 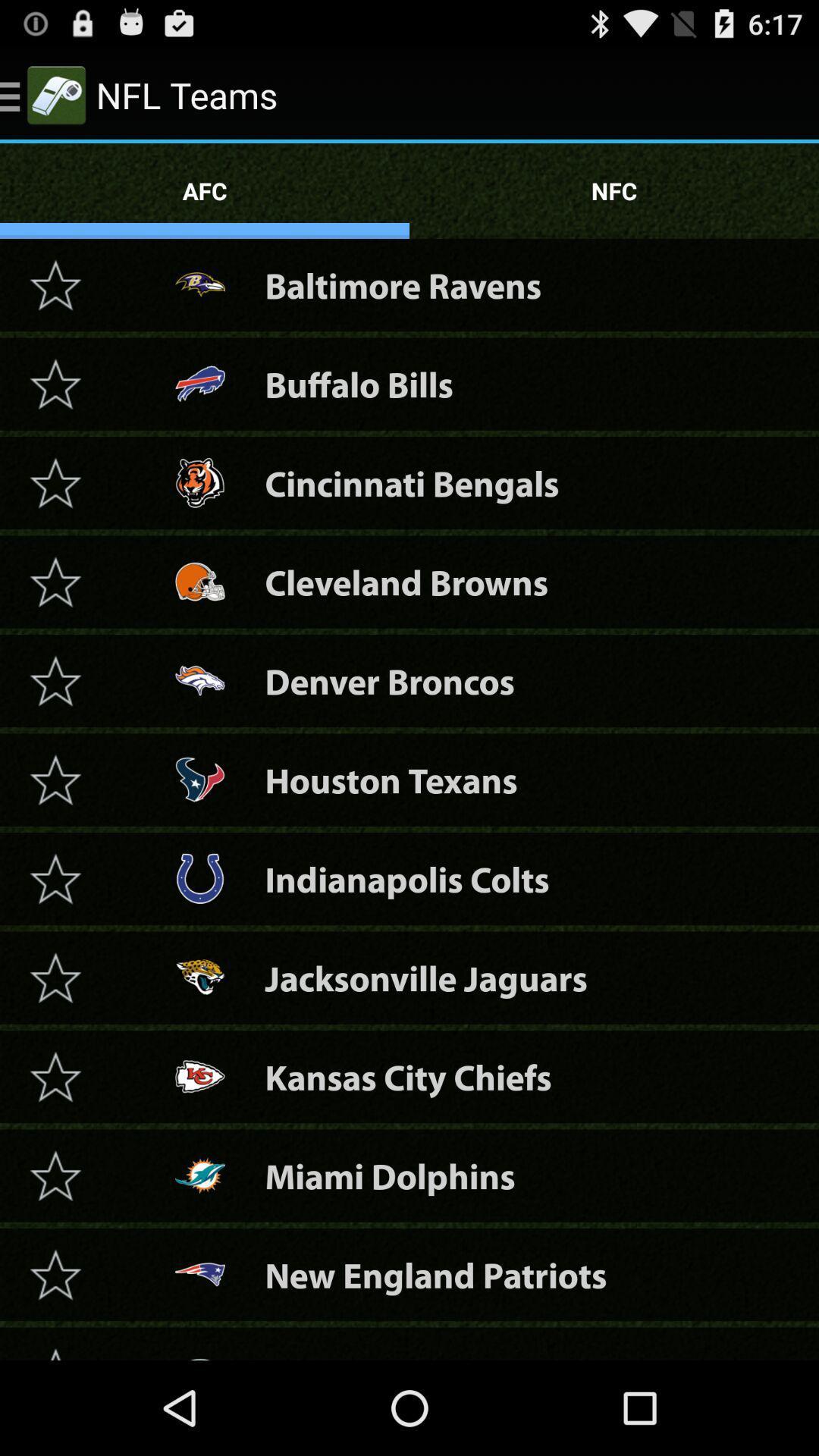 What do you see at coordinates (55, 679) in the screenshot?
I see `the option` at bounding box center [55, 679].